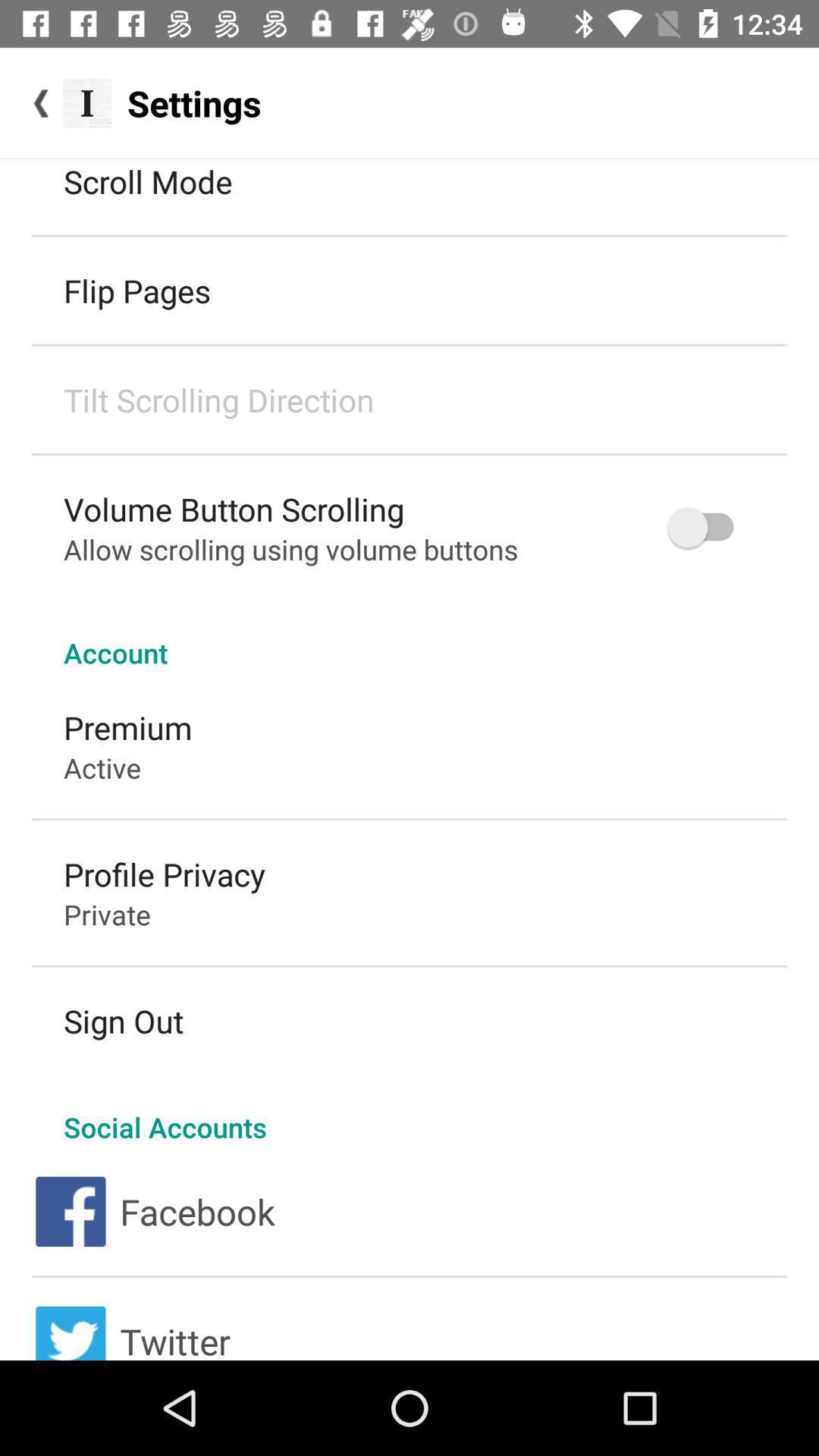  What do you see at coordinates (708, 527) in the screenshot?
I see `the icon on the right` at bounding box center [708, 527].